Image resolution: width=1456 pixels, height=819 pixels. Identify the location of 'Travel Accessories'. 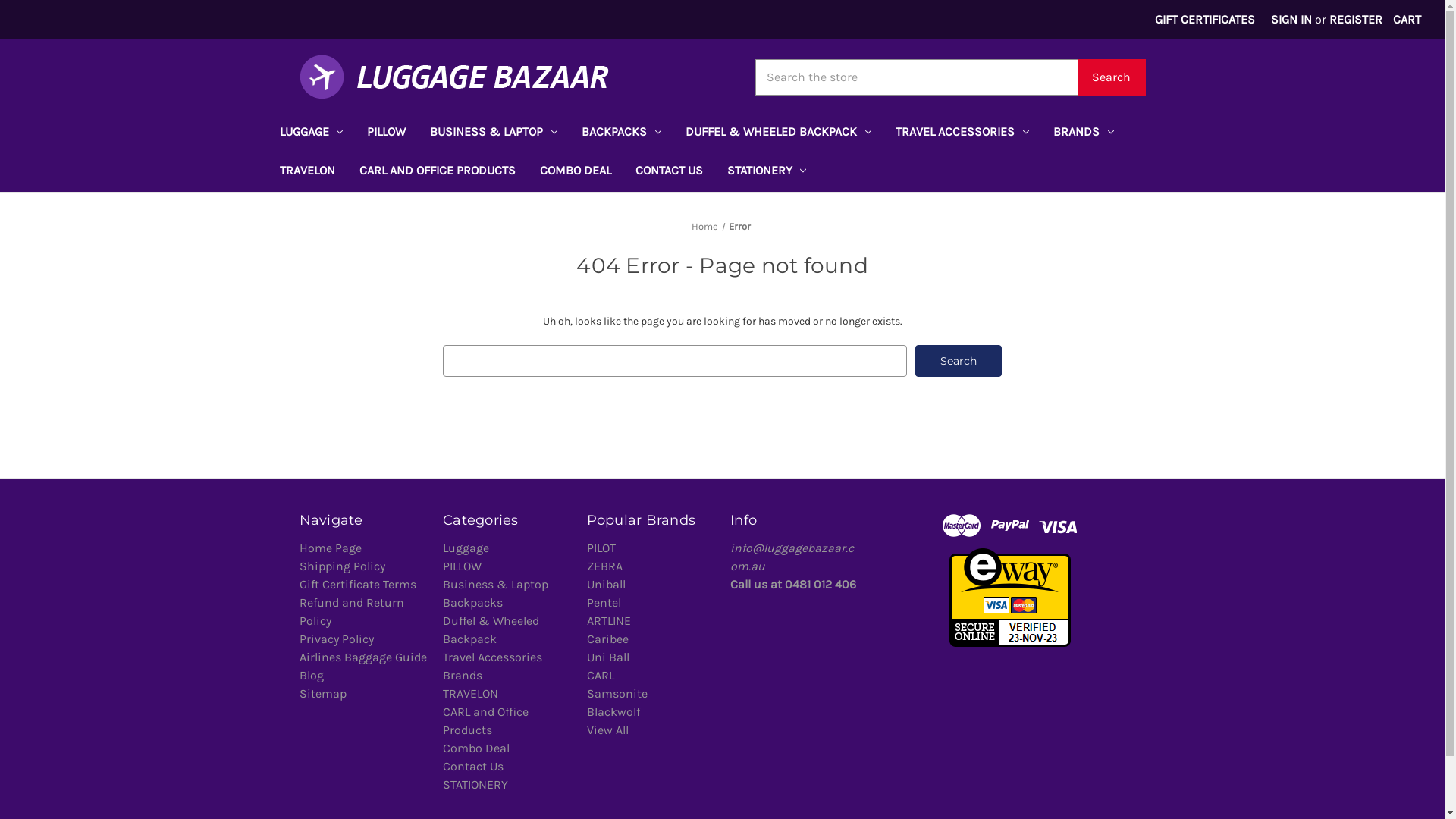
(442, 656).